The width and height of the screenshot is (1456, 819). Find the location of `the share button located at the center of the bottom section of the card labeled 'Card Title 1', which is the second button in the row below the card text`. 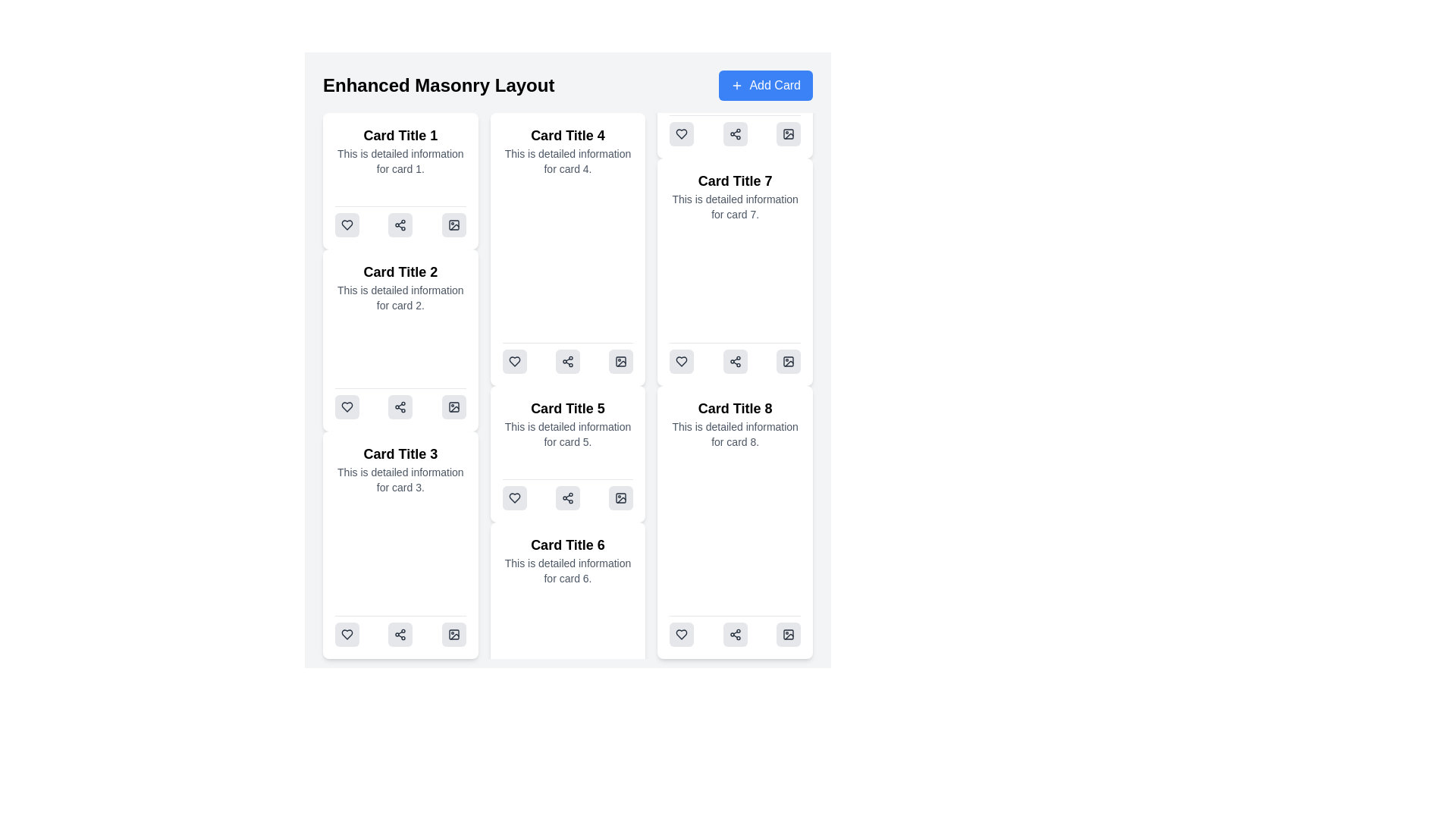

the share button located at the center of the bottom section of the card labeled 'Card Title 1', which is the second button in the row below the card text is located at coordinates (400, 225).